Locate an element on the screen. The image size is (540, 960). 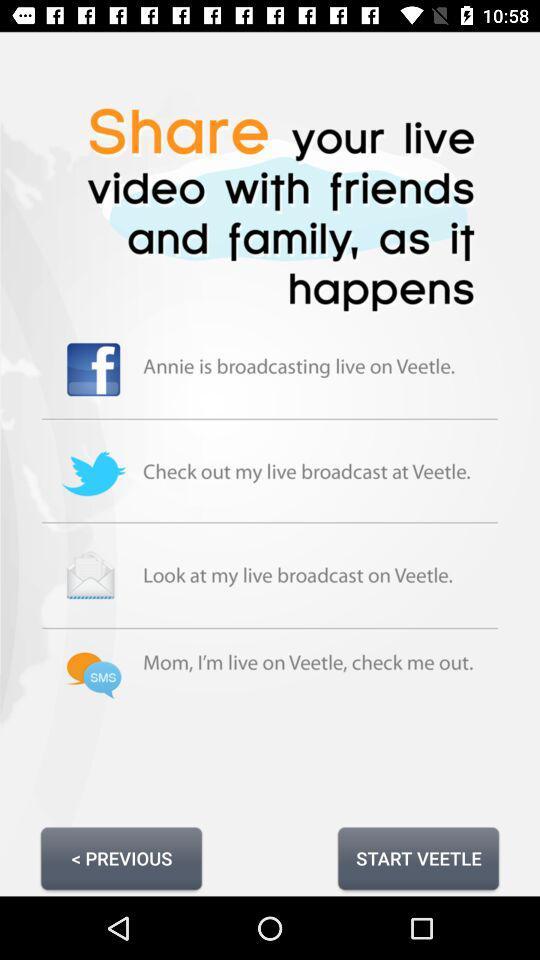
the < previous button is located at coordinates (121, 857).